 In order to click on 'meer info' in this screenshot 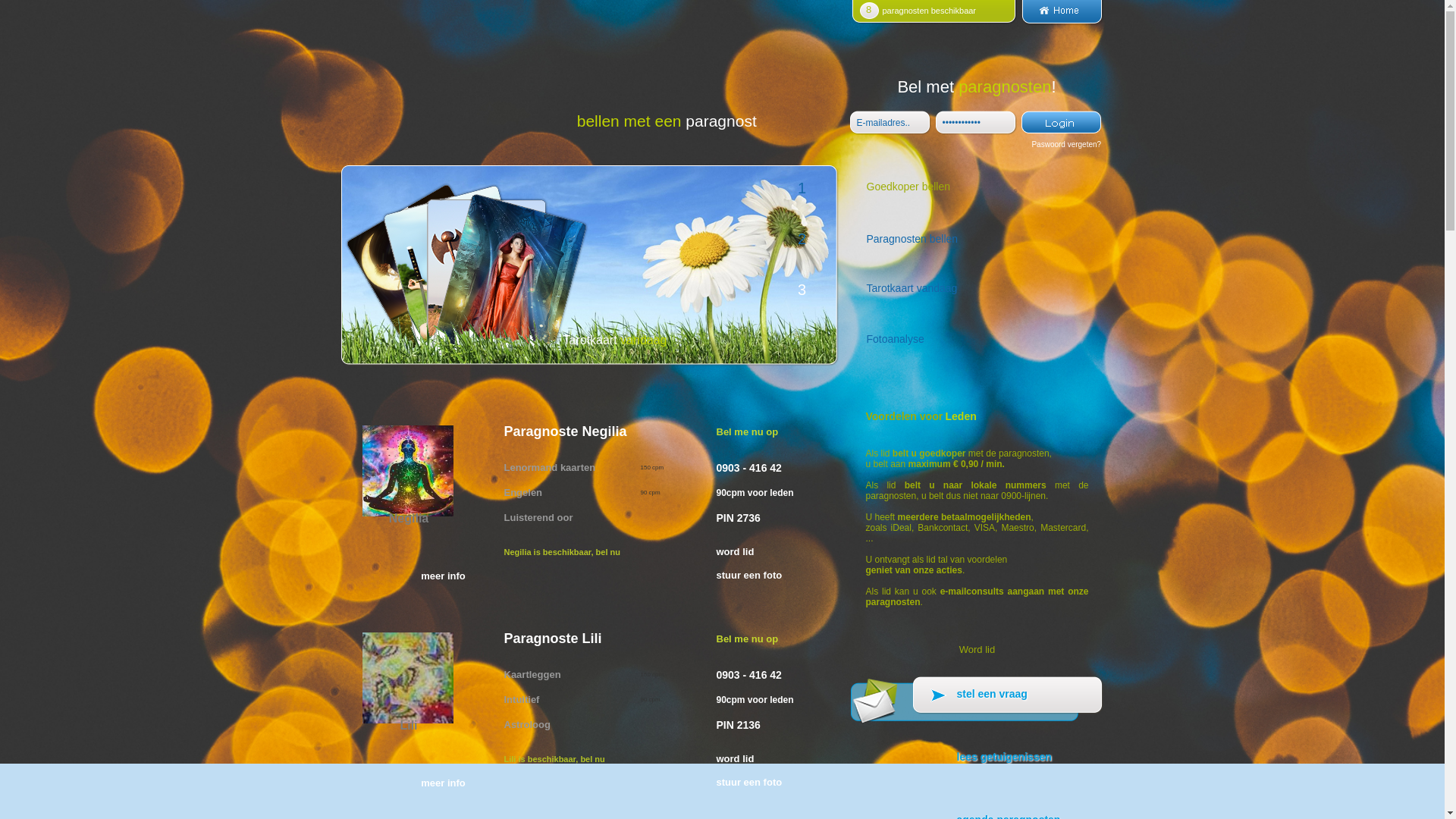, I will do `click(442, 783)`.